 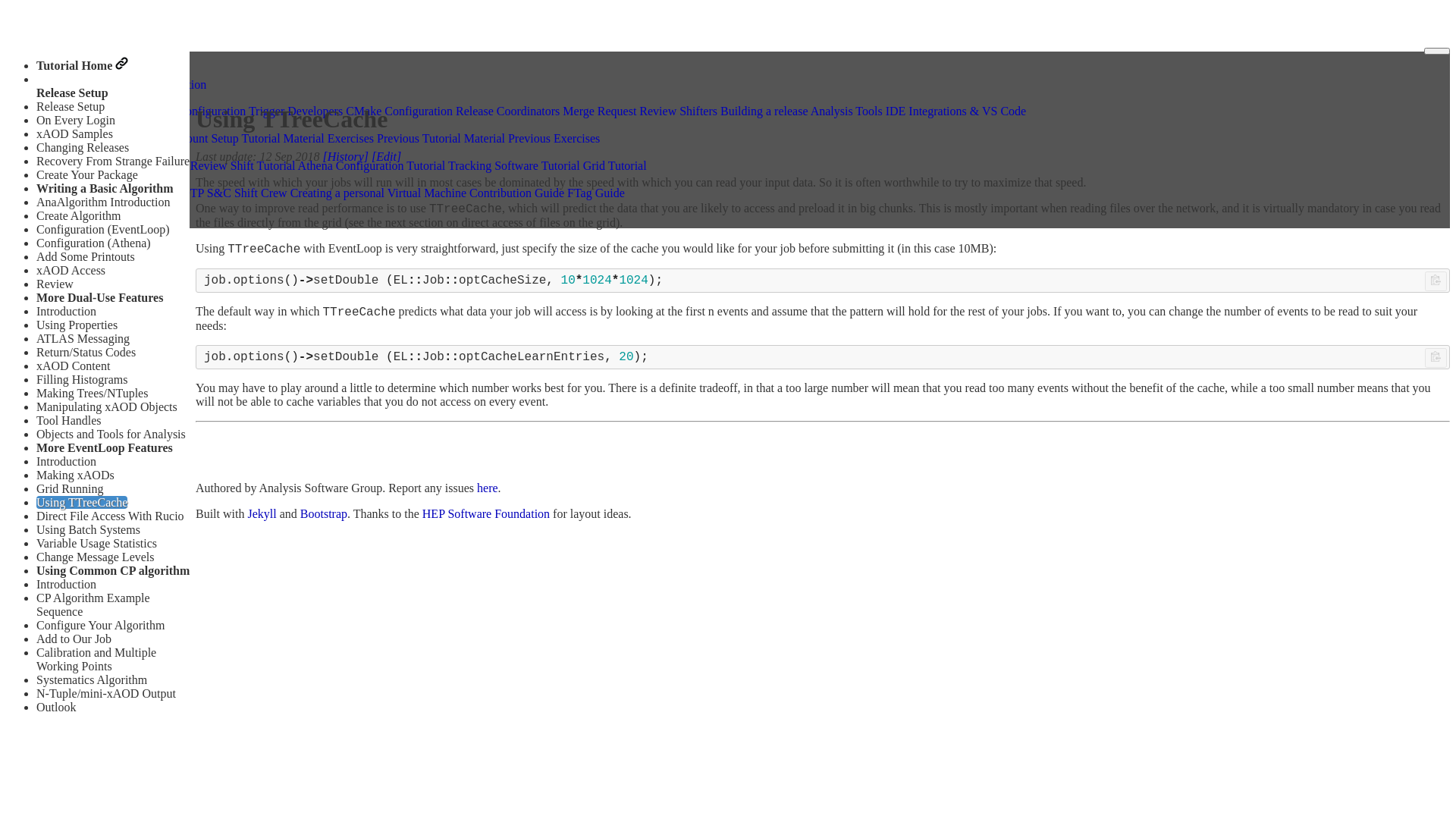 What do you see at coordinates (955, 110) in the screenshot?
I see `'IDE Integrations & VS Code'` at bounding box center [955, 110].